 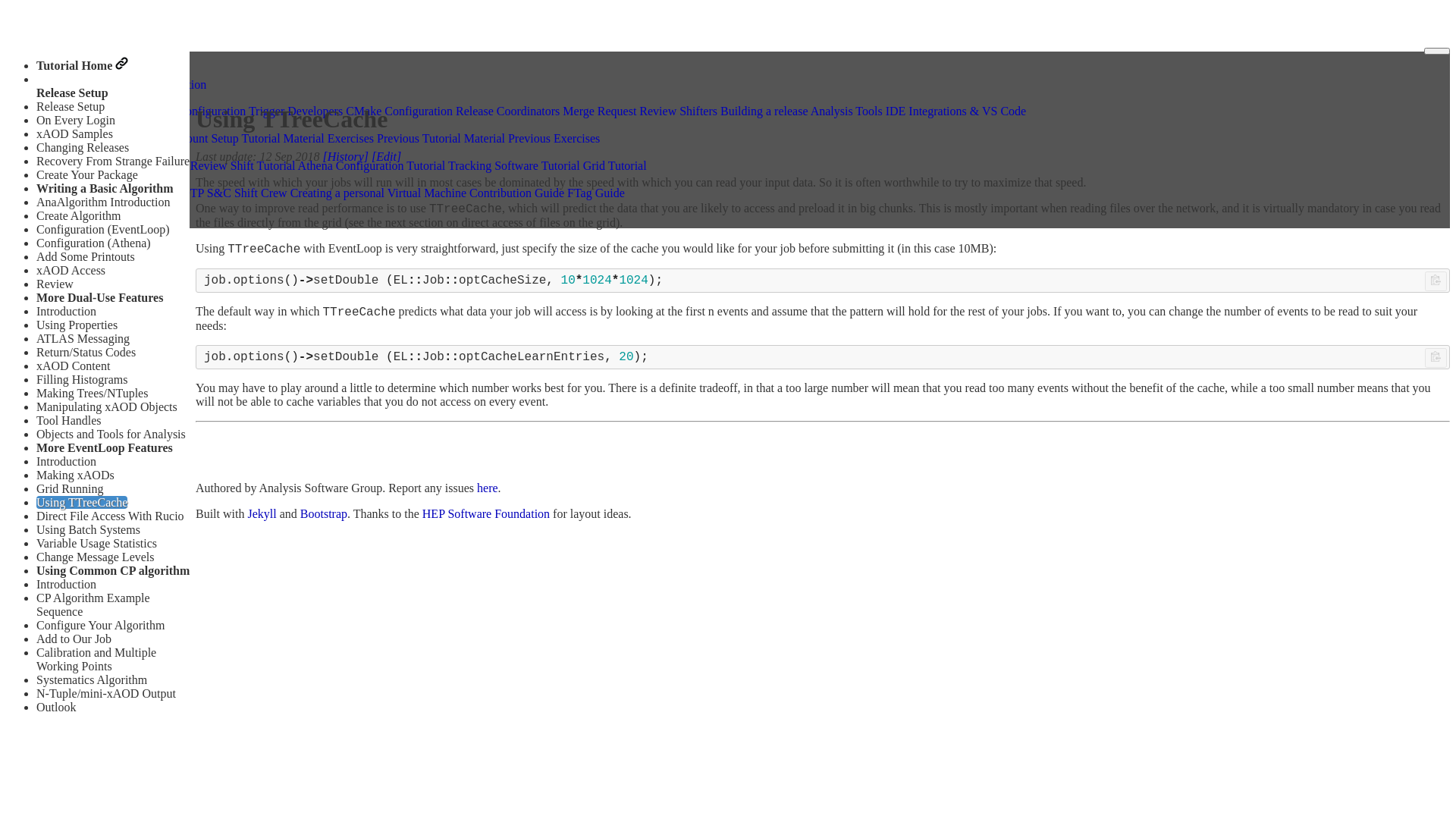 What do you see at coordinates (955, 110) in the screenshot?
I see `'IDE Integrations & VS Code'` at bounding box center [955, 110].